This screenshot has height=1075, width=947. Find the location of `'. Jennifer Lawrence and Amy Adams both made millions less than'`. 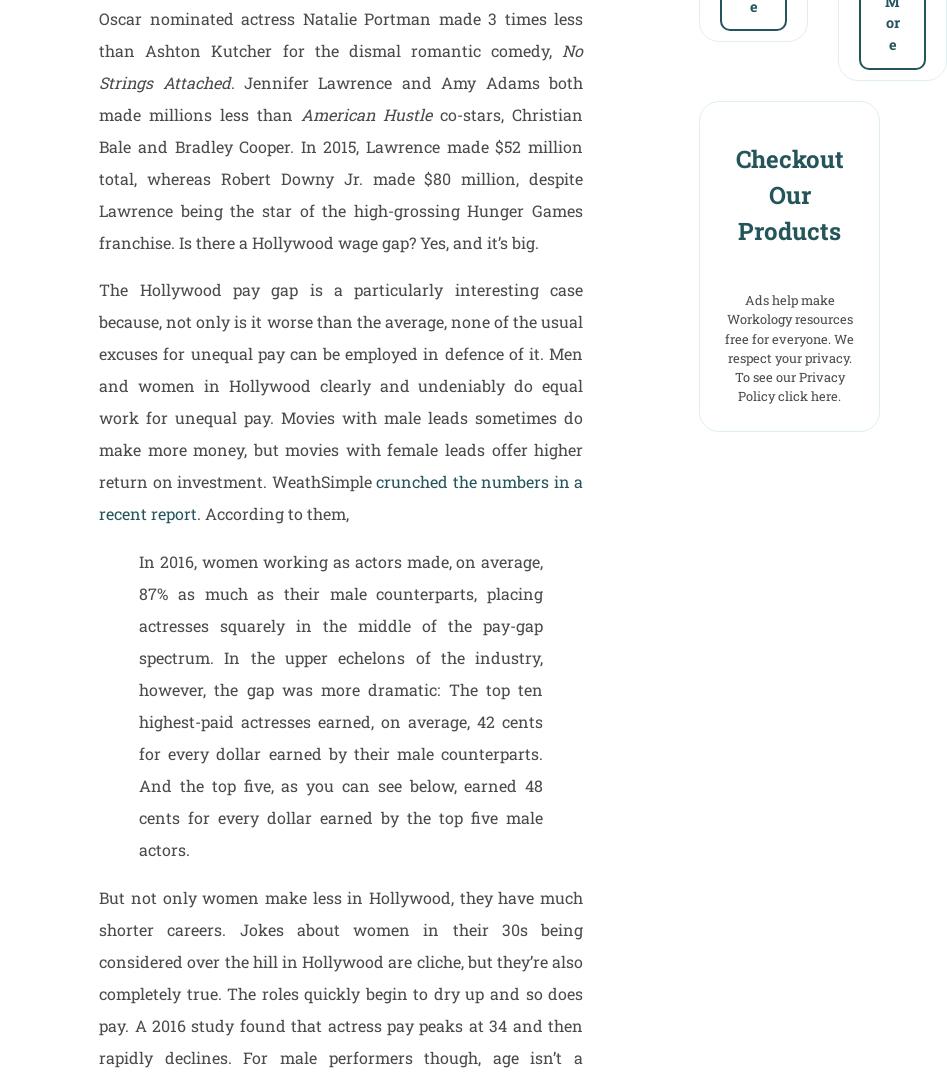

'. Jennifer Lawrence and Amy Adams both made millions less than' is located at coordinates (340, 97).